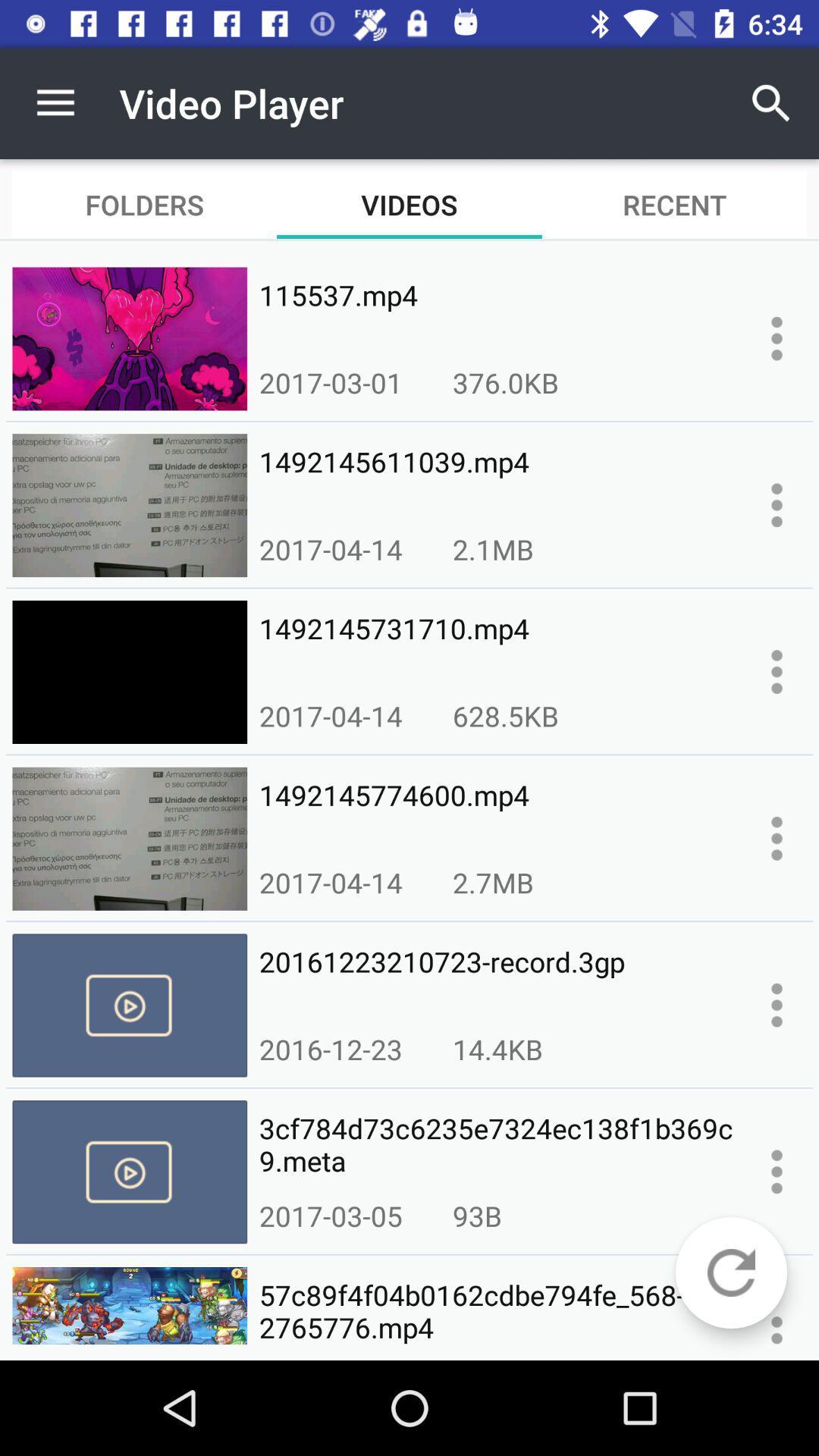  What do you see at coordinates (777, 837) in the screenshot?
I see `menu button` at bounding box center [777, 837].